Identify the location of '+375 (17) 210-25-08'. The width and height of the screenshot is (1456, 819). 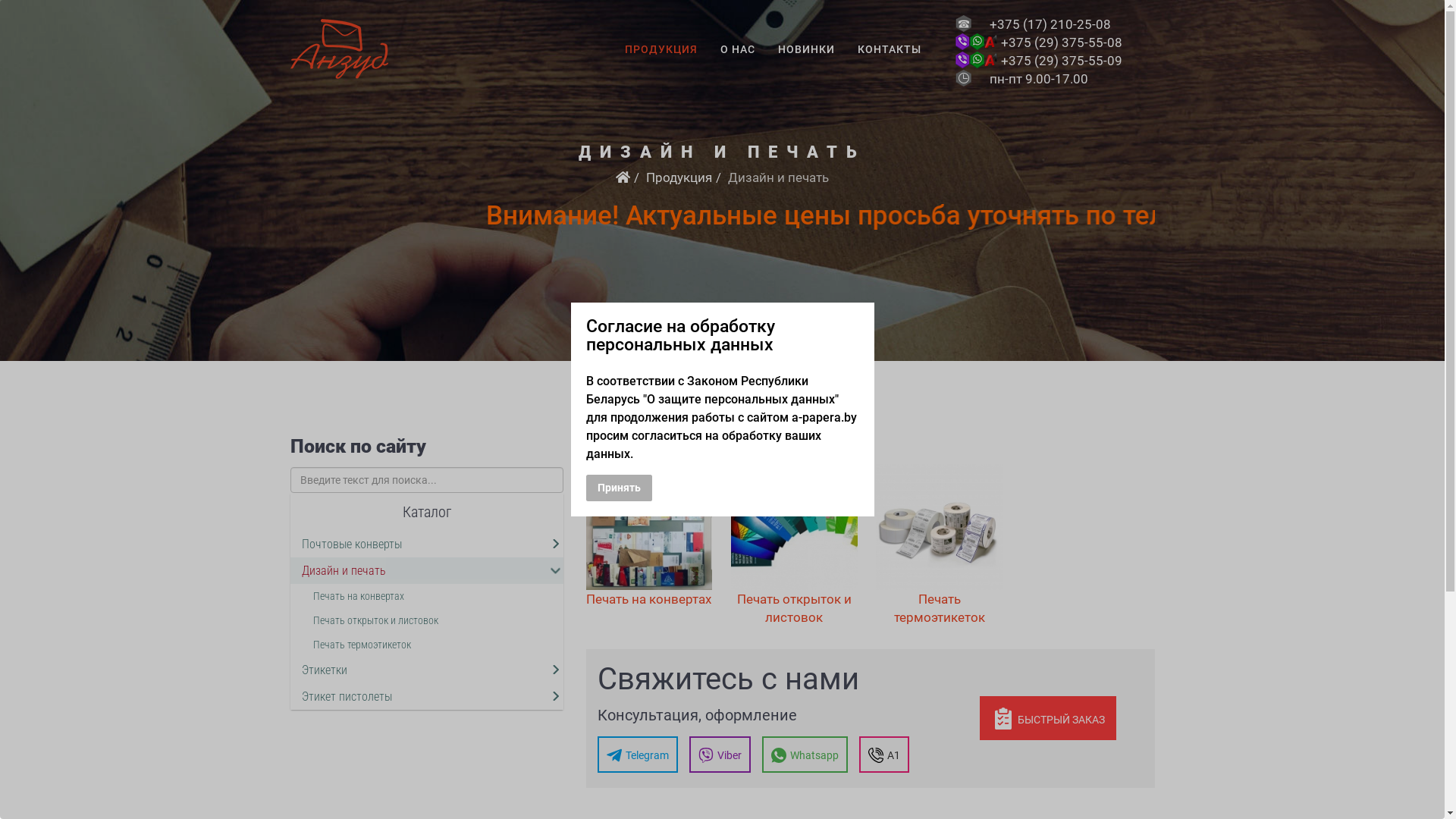
(1050, 24).